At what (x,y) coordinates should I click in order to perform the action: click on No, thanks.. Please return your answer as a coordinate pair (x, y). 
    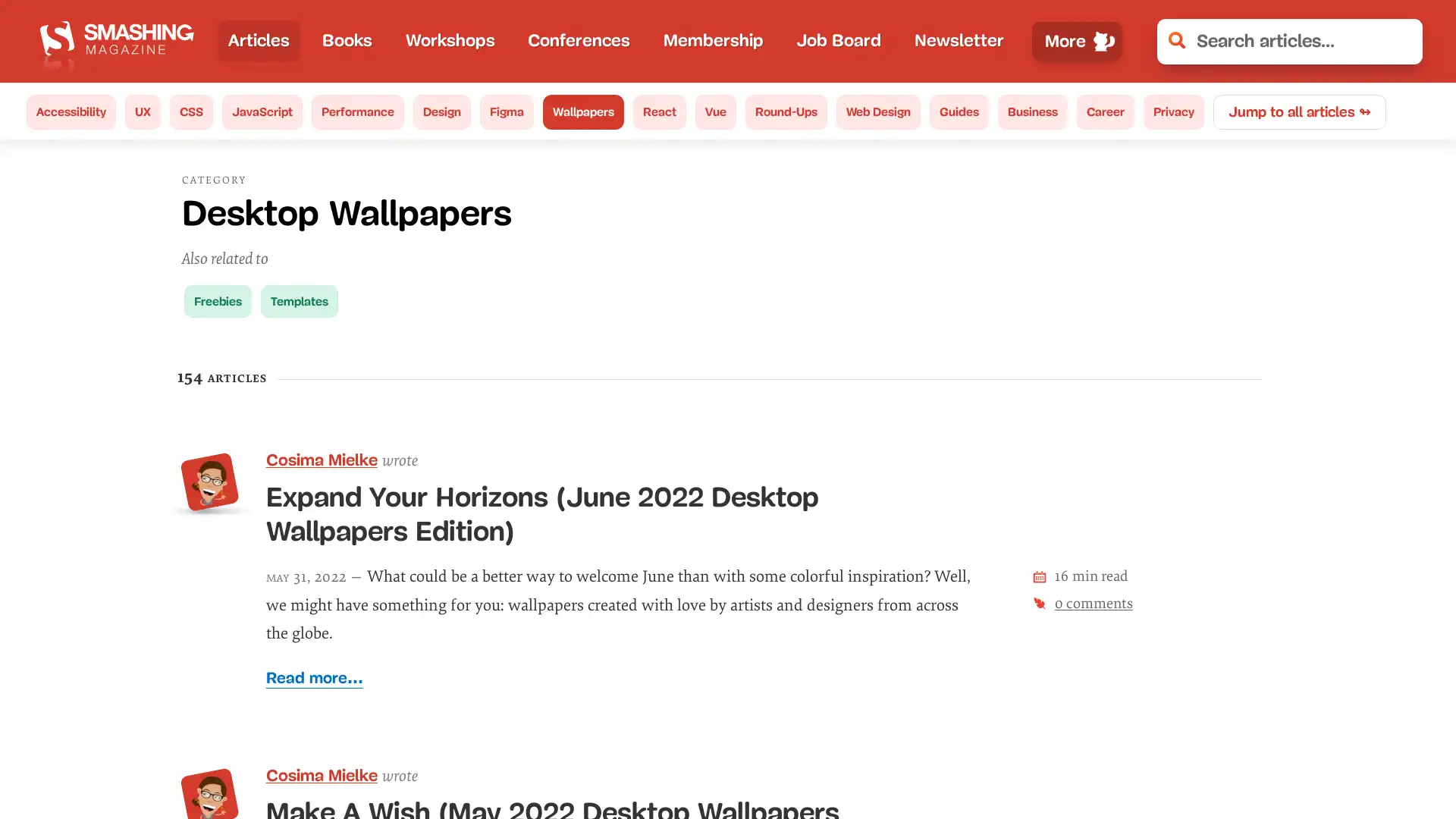
    Looking at the image, I should click on (1194, 758).